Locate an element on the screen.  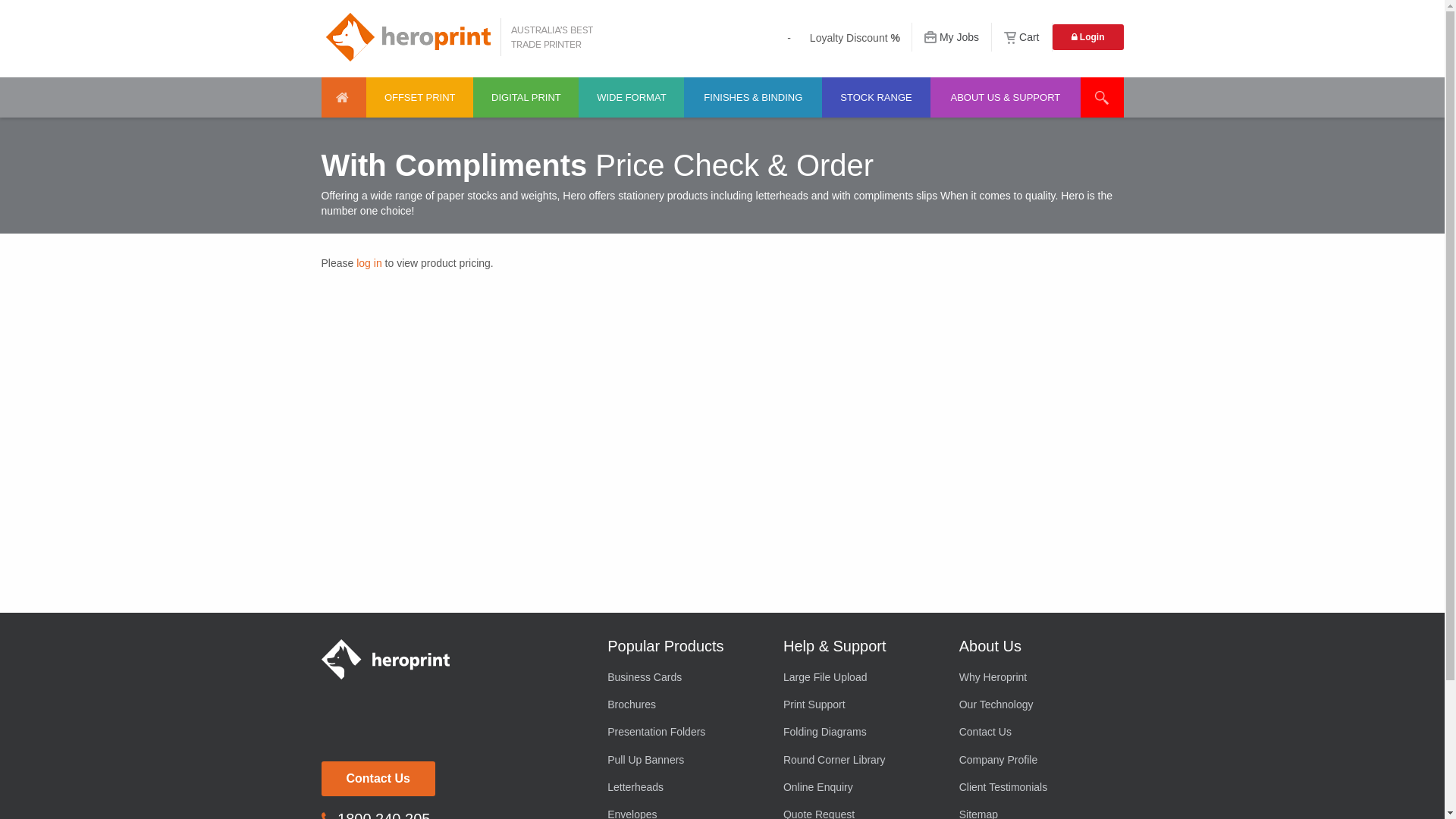
'Large File Upload' is located at coordinates (859, 675).